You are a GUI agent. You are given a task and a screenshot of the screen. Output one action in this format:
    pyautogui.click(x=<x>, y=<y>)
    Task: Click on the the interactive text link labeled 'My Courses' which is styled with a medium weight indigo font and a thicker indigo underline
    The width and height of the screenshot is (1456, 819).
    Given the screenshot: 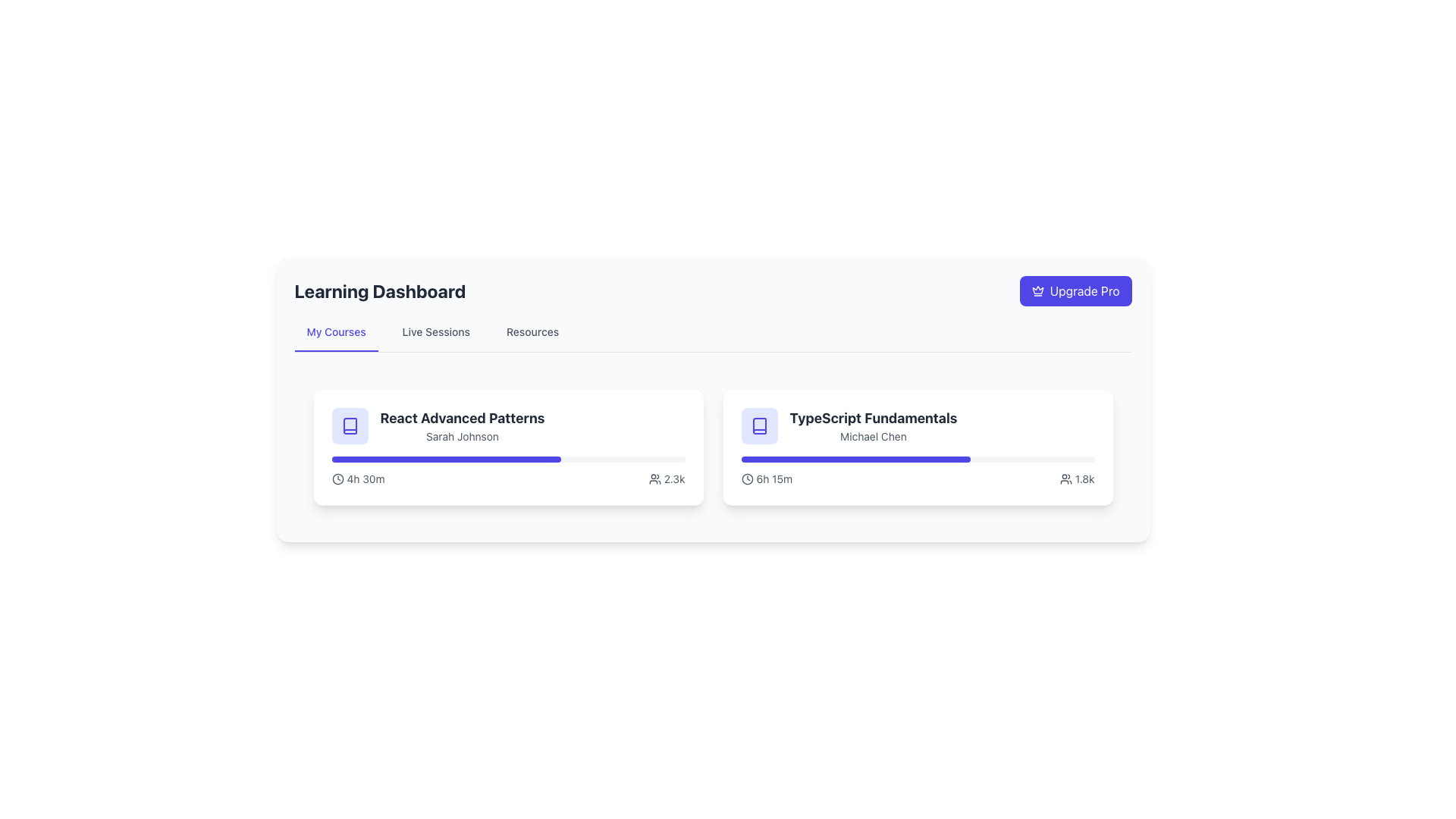 What is the action you would take?
    pyautogui.click(x=335, y=337)
    